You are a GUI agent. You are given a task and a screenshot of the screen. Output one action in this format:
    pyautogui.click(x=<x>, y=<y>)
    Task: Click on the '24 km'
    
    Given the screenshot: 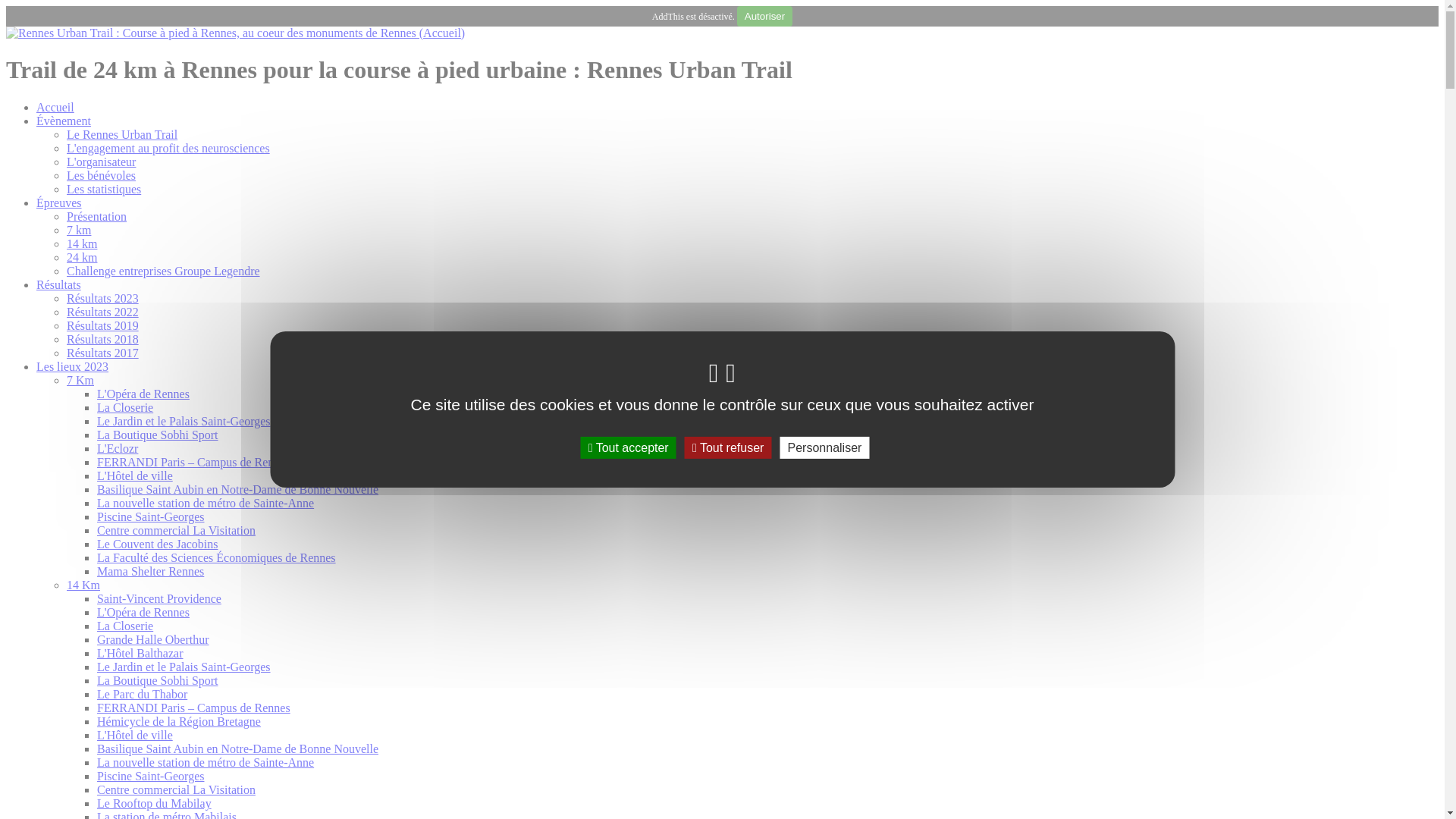 What is the action you would take?
    pyautogui.click(x=65, y=256)
    